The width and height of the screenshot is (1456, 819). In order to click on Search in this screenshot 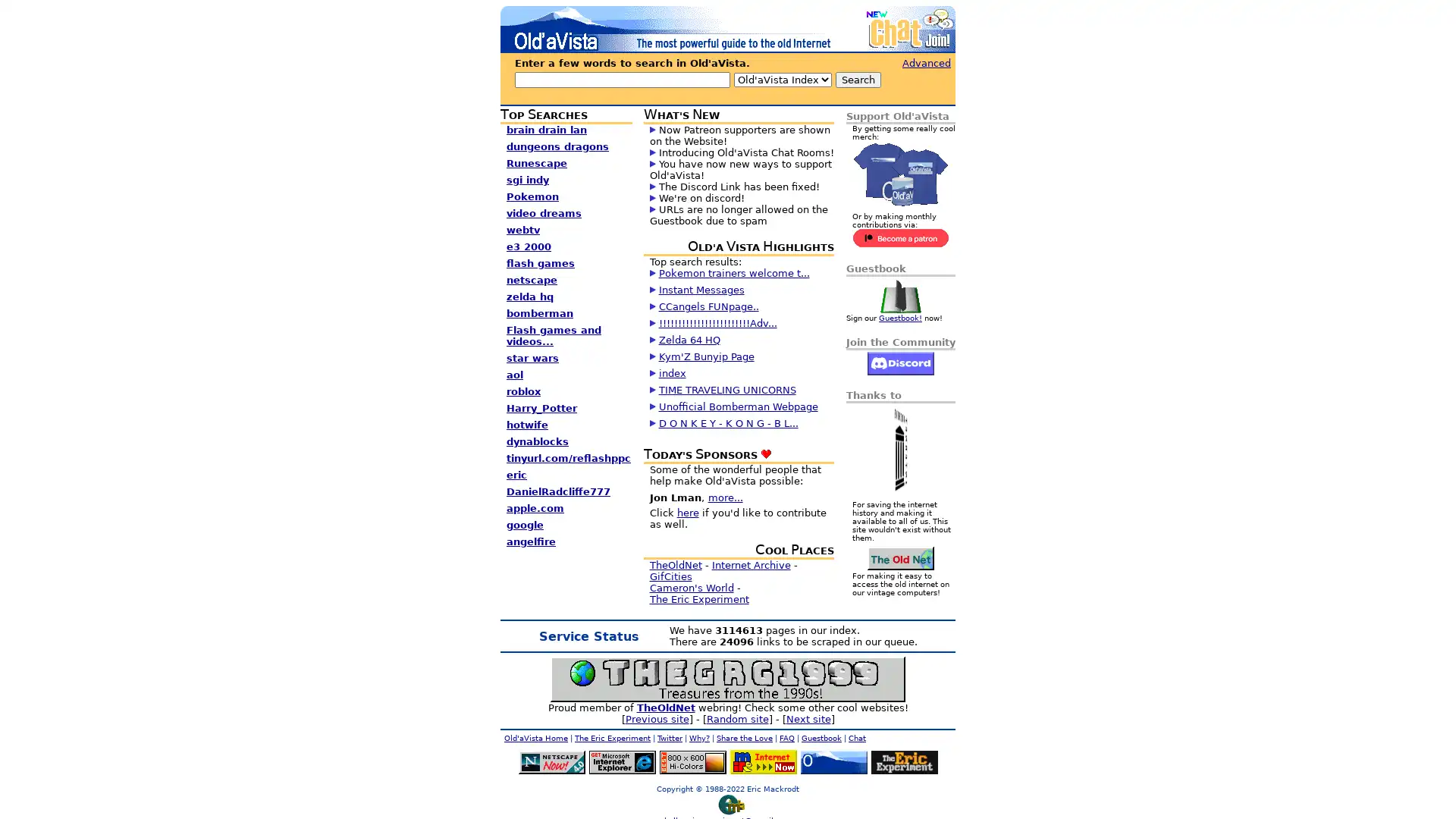, I will do `click(858, 80)`.